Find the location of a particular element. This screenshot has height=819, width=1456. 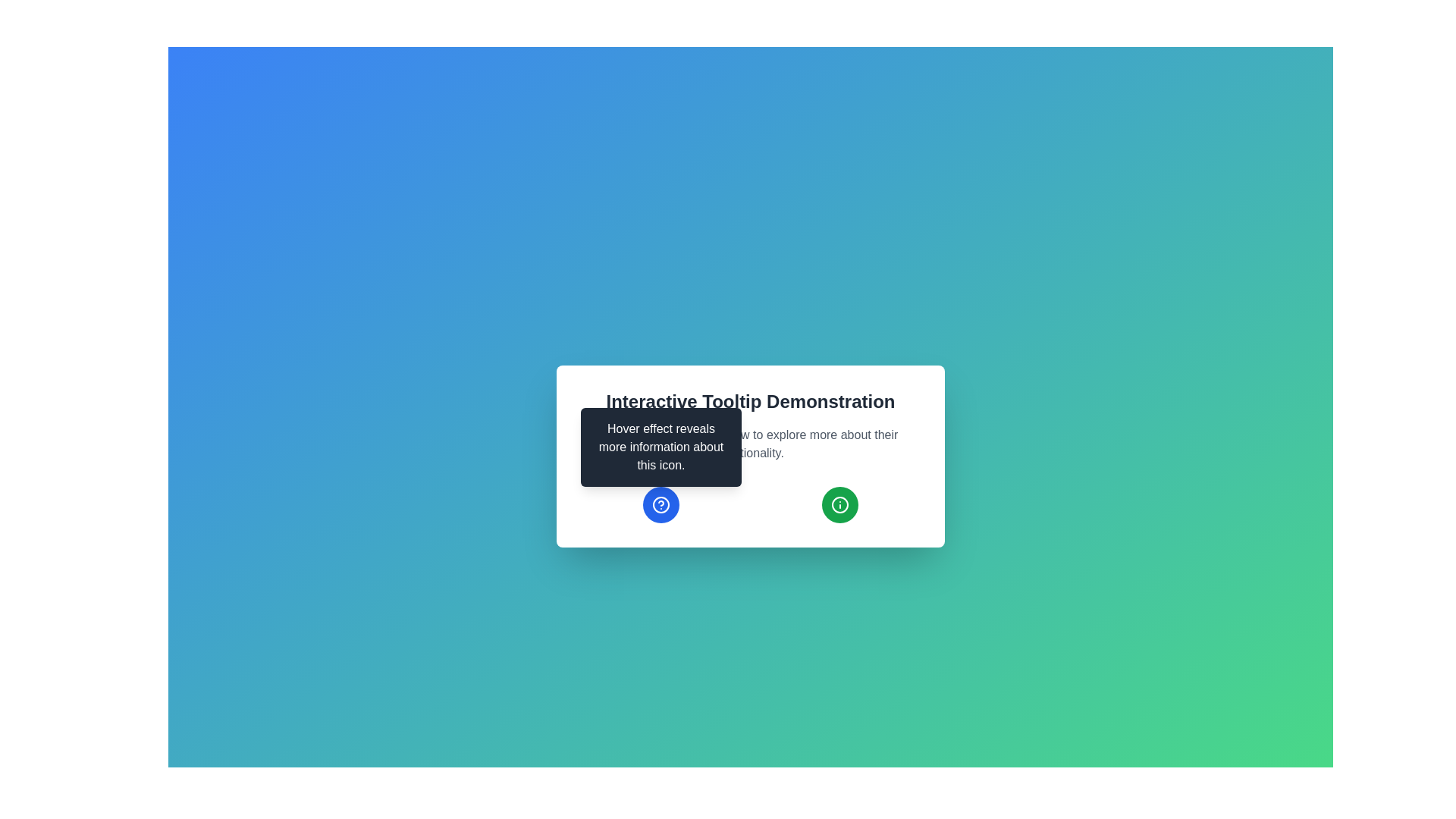

the circular button with a blue background and a white question mark symbol, located near the center at the bottom of the informative card or panel is located at coordinates (661, 505).